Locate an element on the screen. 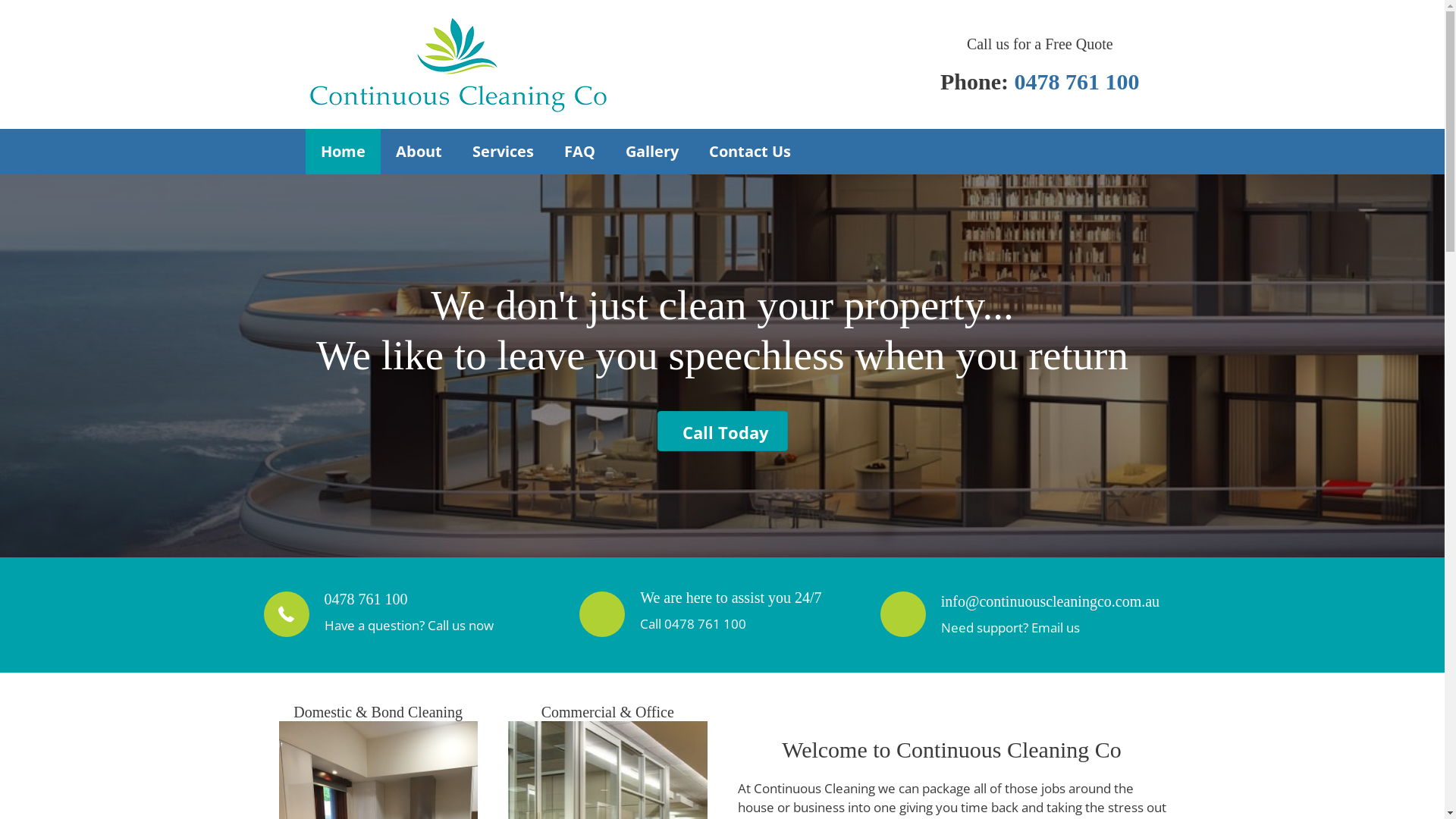 The width and height of the screenshot is (1456, 819). 'Contact Us' is located at coordinates (749, 152).